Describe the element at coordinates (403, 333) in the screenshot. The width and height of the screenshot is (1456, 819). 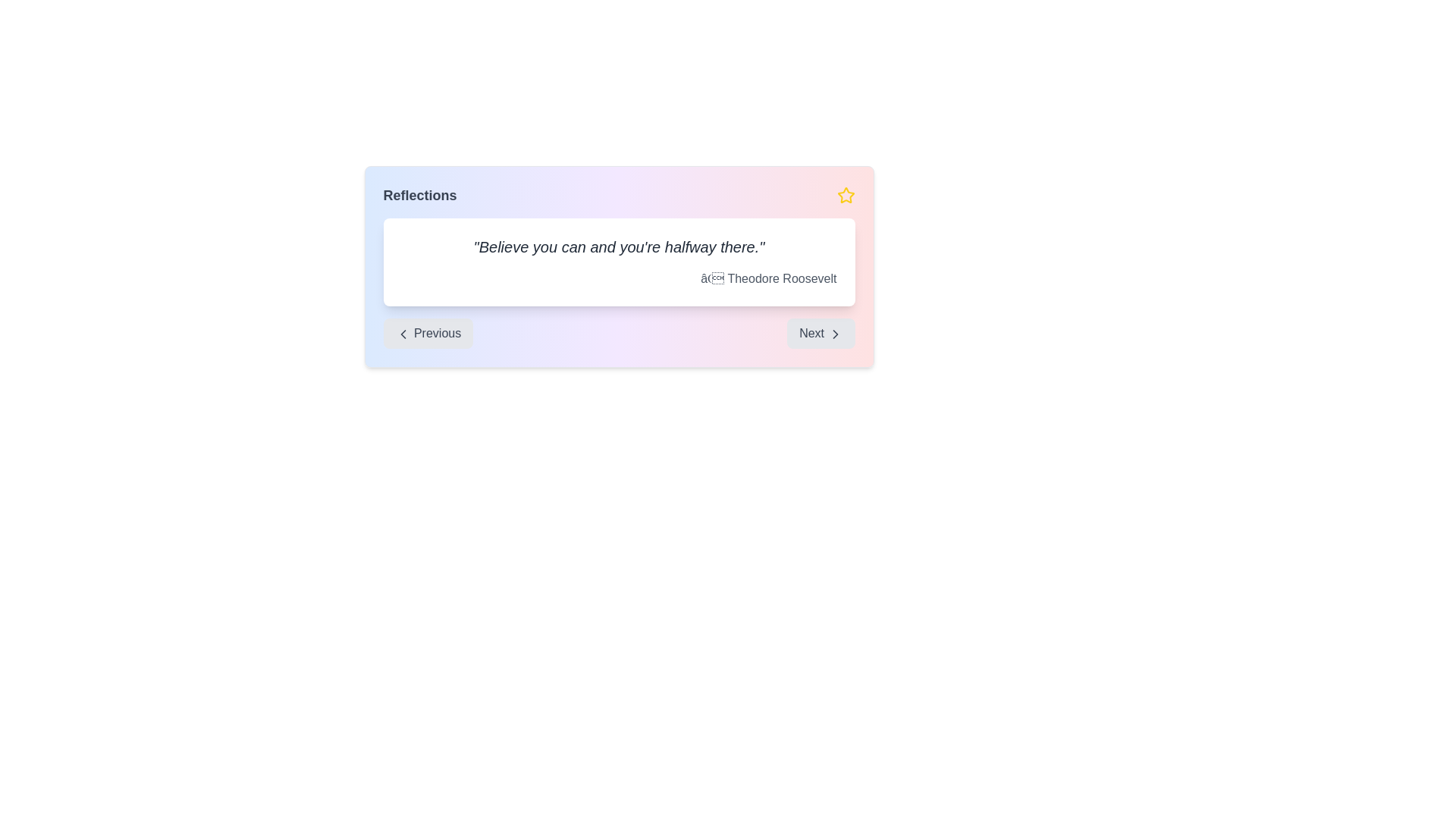
I see `the leftward pointing chevron icon within the 'Previous' button` at that location.